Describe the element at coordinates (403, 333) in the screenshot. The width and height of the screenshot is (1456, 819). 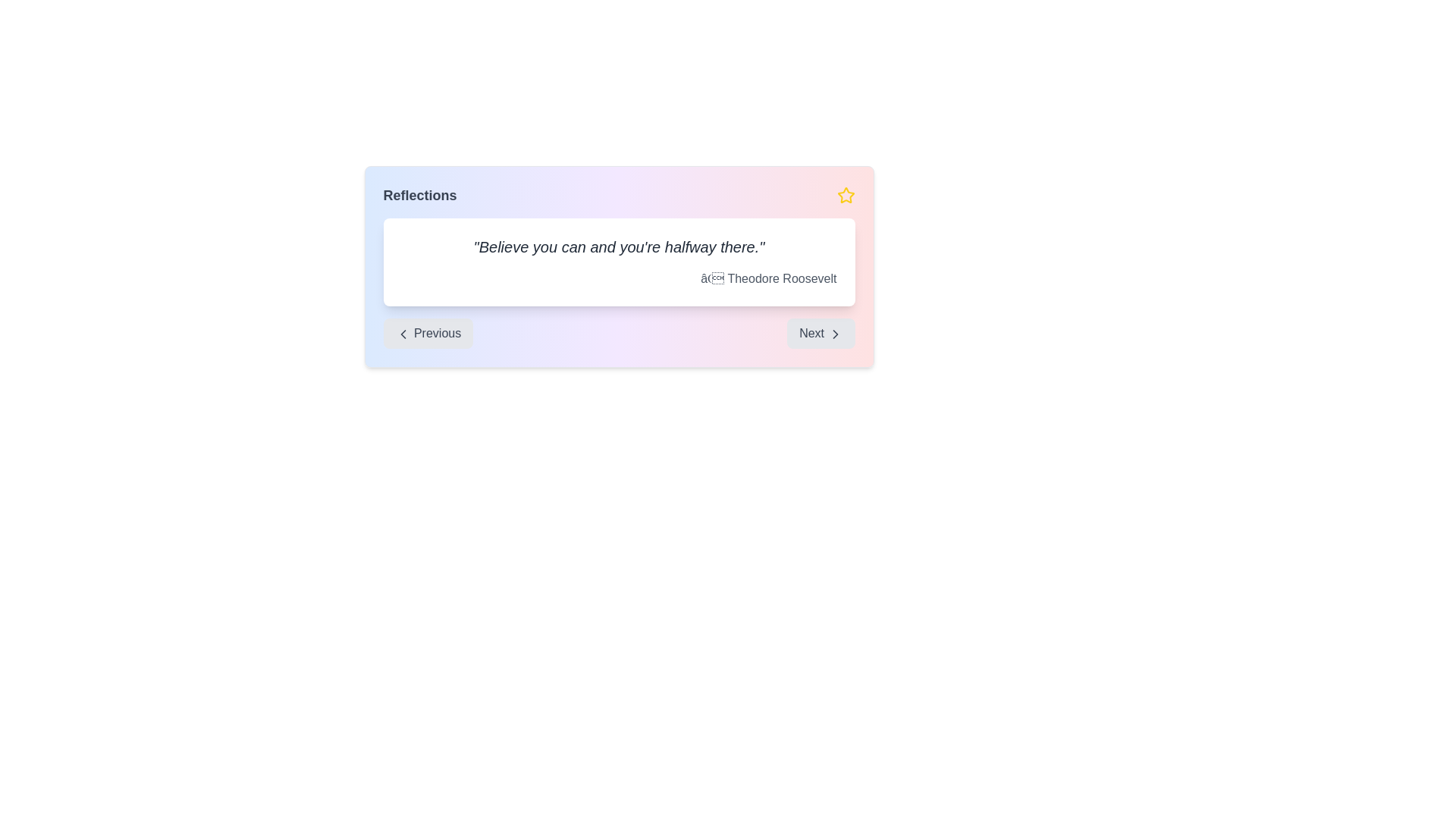
I see `the leftward pointing chevron icon within the 'Previous' button` at that location.